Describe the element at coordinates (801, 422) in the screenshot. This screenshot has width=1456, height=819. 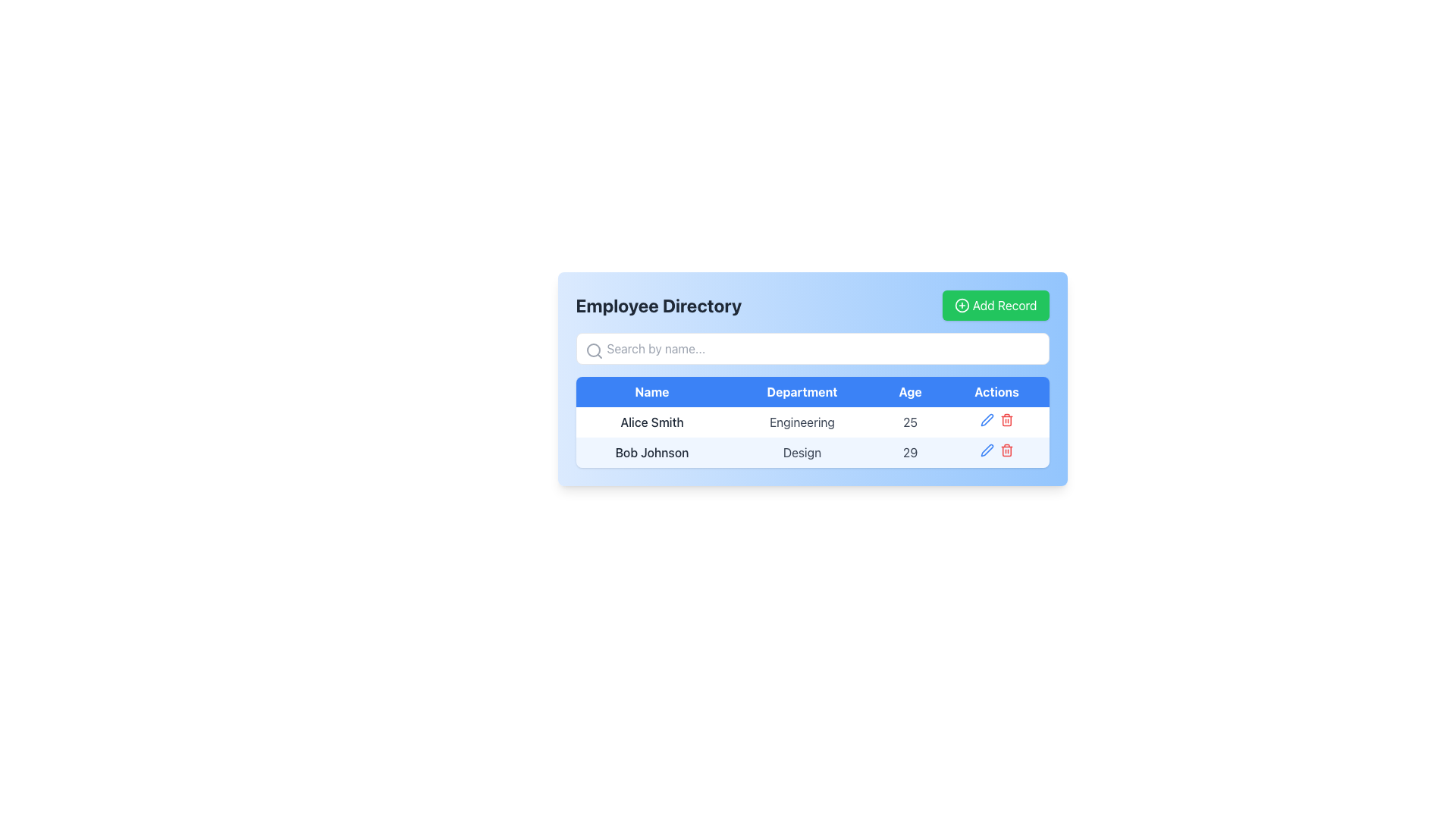
I see `the text label 'Engineering' which is styled in grey on a white background, located under the 'Department' column in a tabular structure` at that location.